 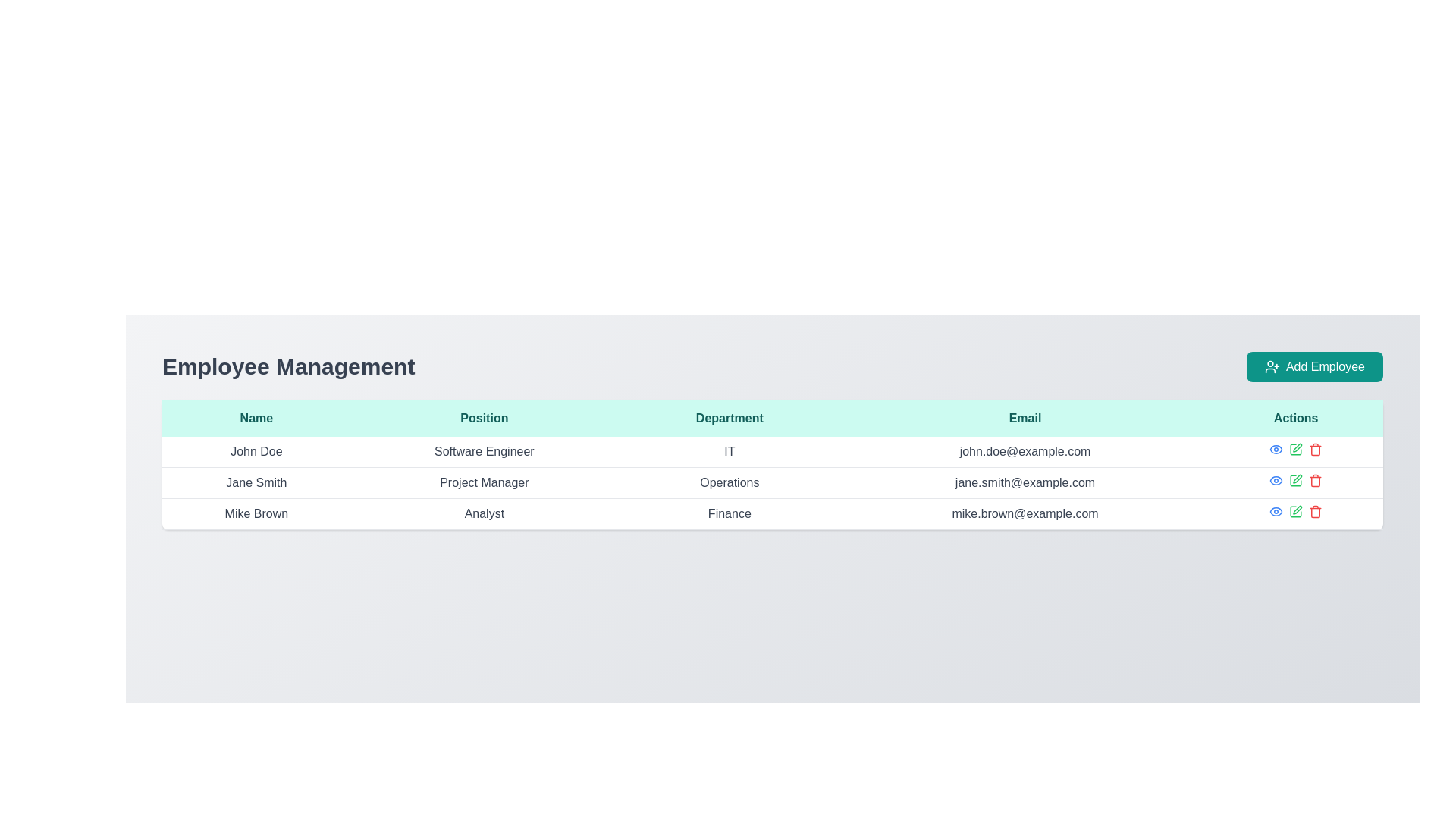 I want to click on the 'edit' icon in the 'Actions' column for the row associated with 'Mike Brown.', so click(x=1295, y=512).